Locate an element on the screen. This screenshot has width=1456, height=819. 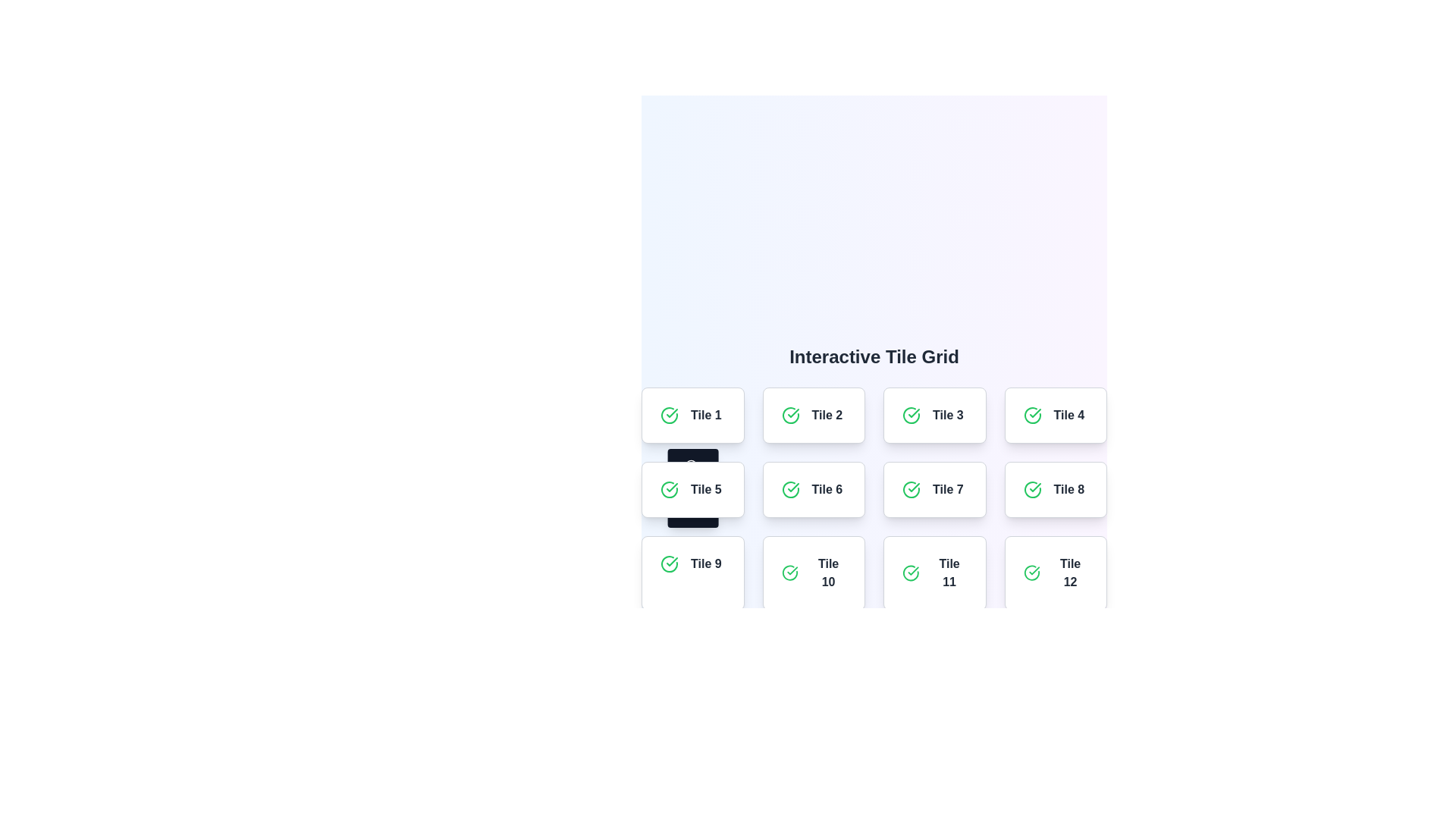
the circular icon with a green checkmark located in 'Tile 12', positioned to the left of the tile label is located at coordinates (1031, 573).